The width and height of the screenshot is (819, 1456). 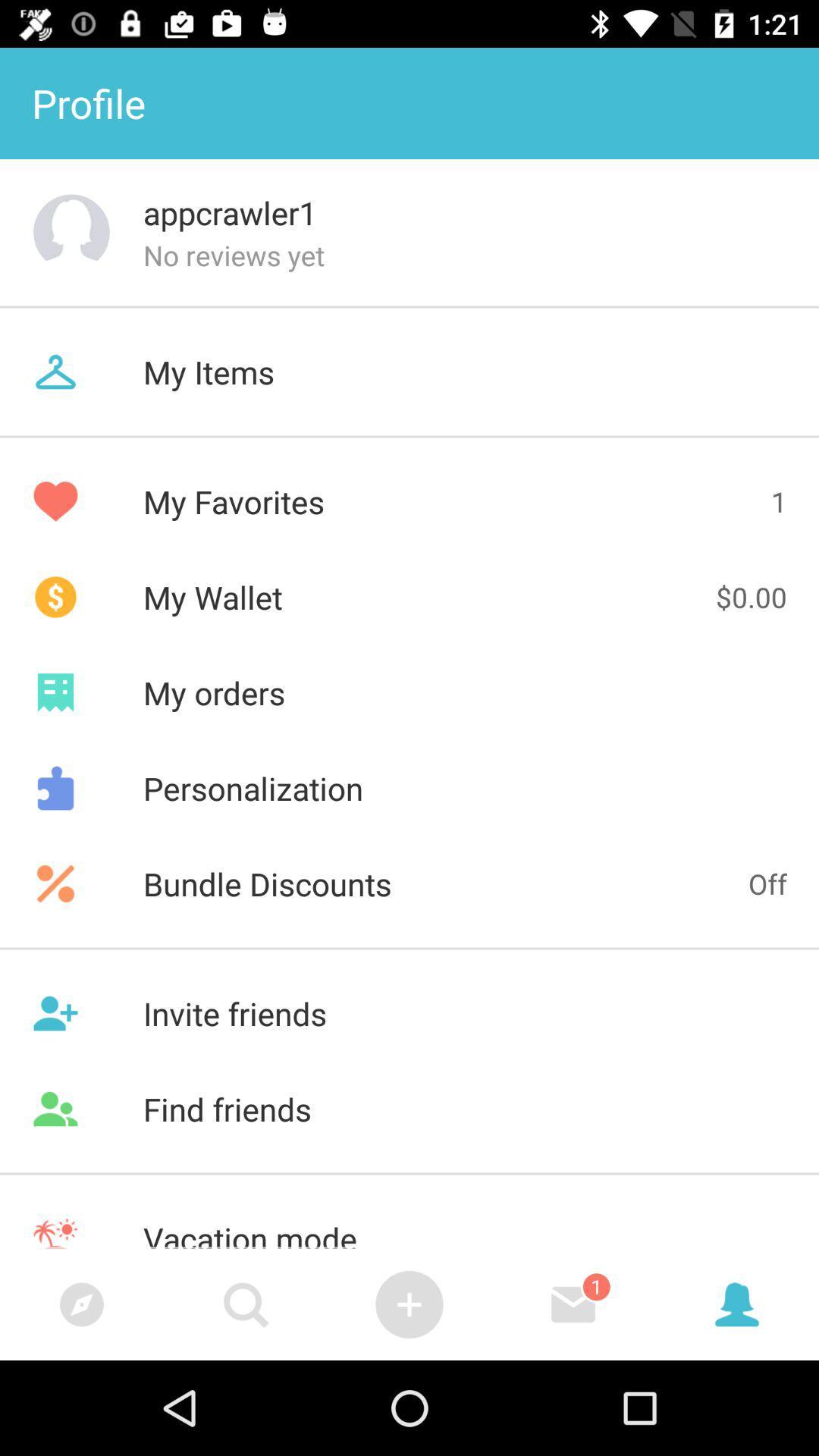 What do you see at coordinates (82, 1304) in the screenshot?
I see `compass icon in bottom left corner` at bounding box center [82, 1304].